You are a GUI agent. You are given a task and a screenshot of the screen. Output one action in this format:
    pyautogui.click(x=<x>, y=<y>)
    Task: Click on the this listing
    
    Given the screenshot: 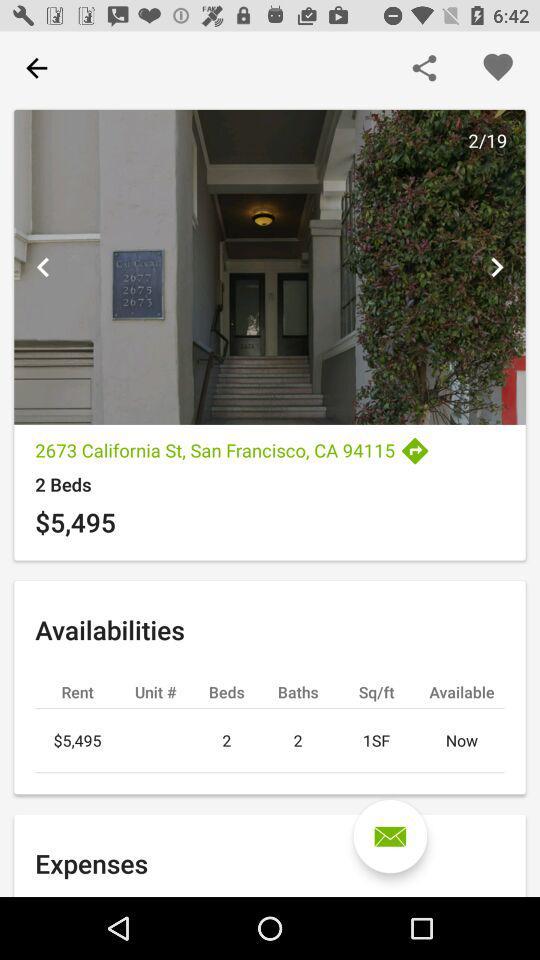 What is the action you would take?
    pyautogui.click(x=496, y=68)
    